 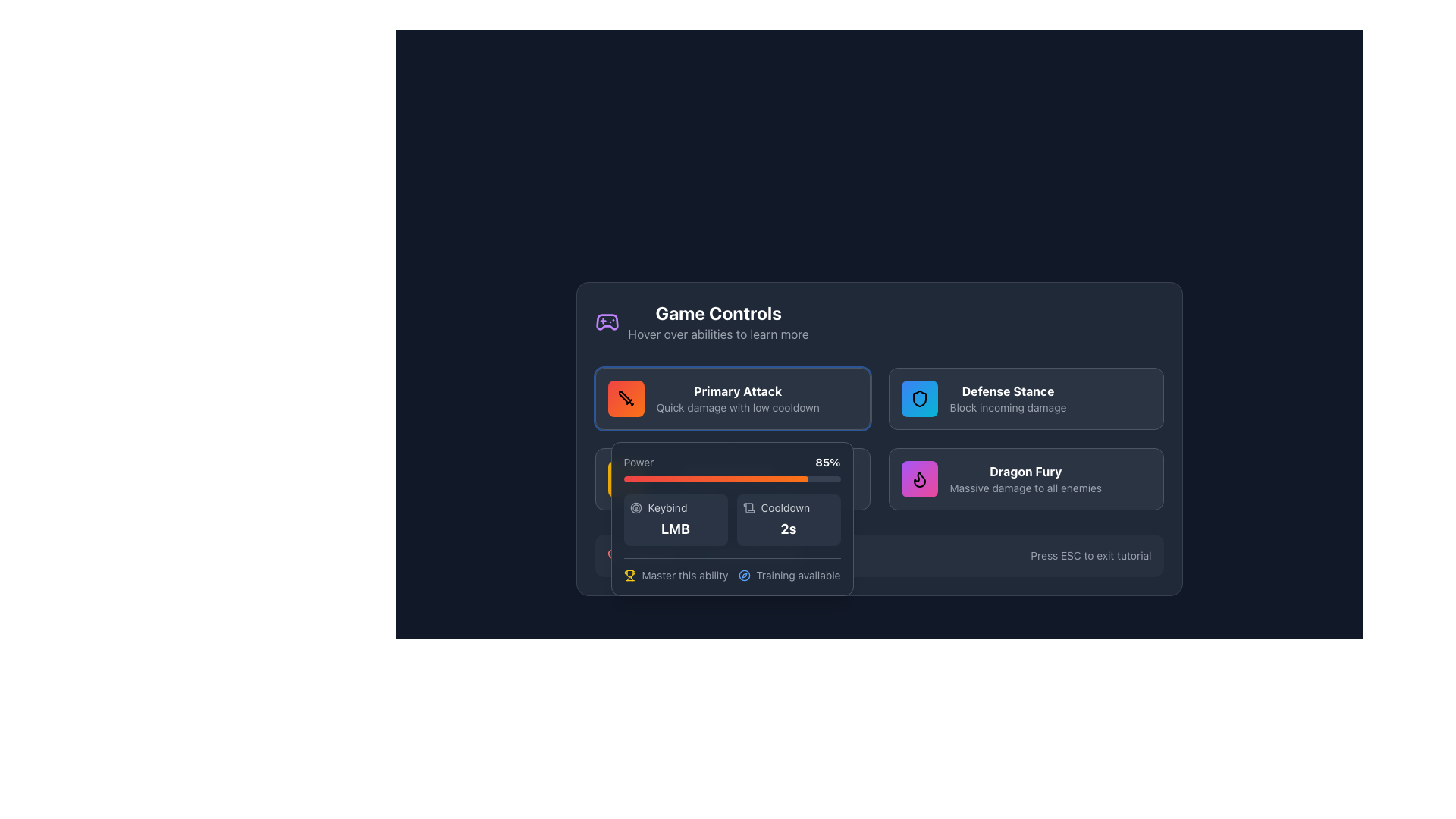 What do you see at coordinates (675, 508) in the screenshot?
I see `the Label with accompanying icon that indicates the keybinding for a specific action, positioned in the bottom section of the 'Power' panel, above the bold text 'LMB'` at bounding box center [675, 508].